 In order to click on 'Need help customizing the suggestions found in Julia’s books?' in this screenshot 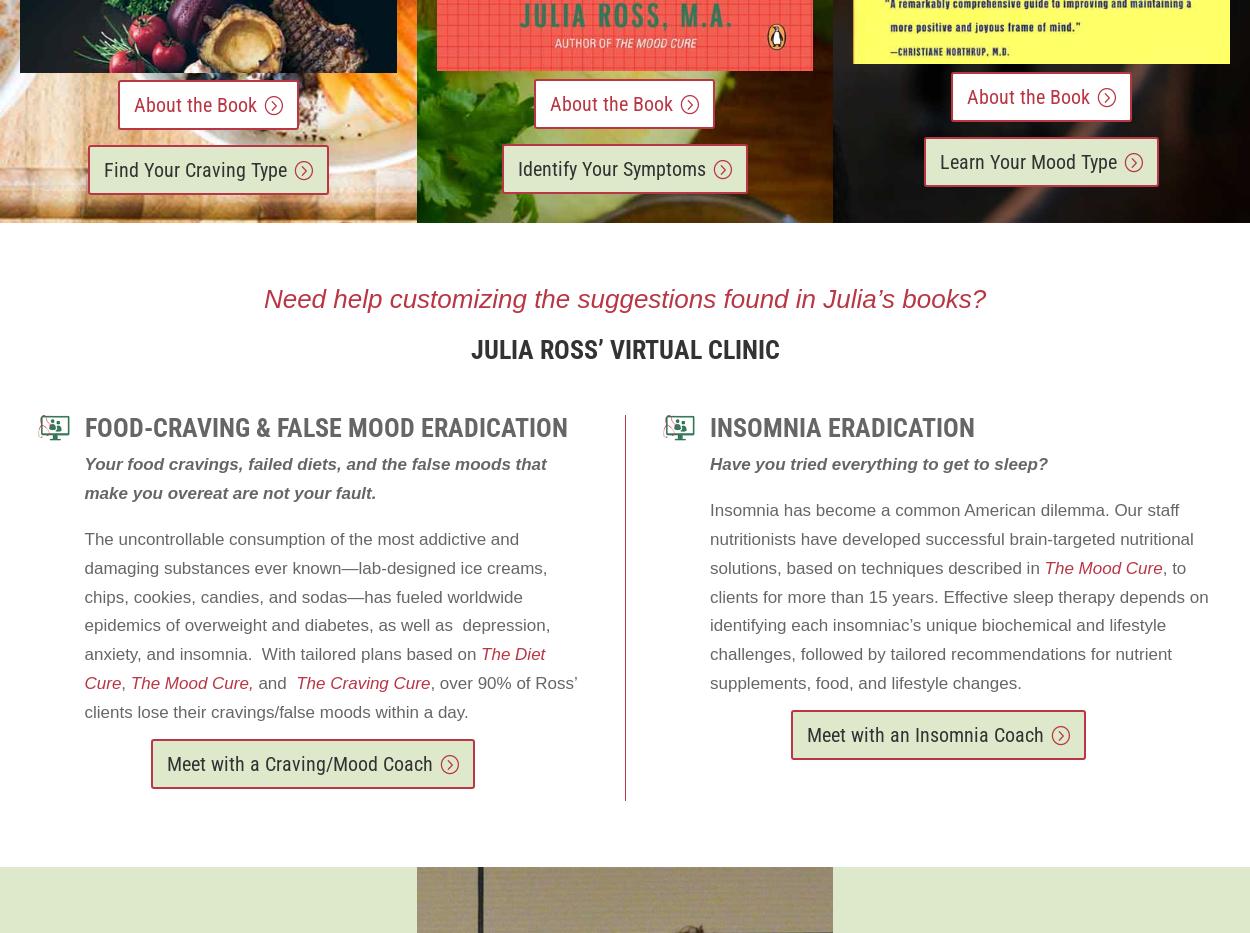, I will do `click(623, 299)`.